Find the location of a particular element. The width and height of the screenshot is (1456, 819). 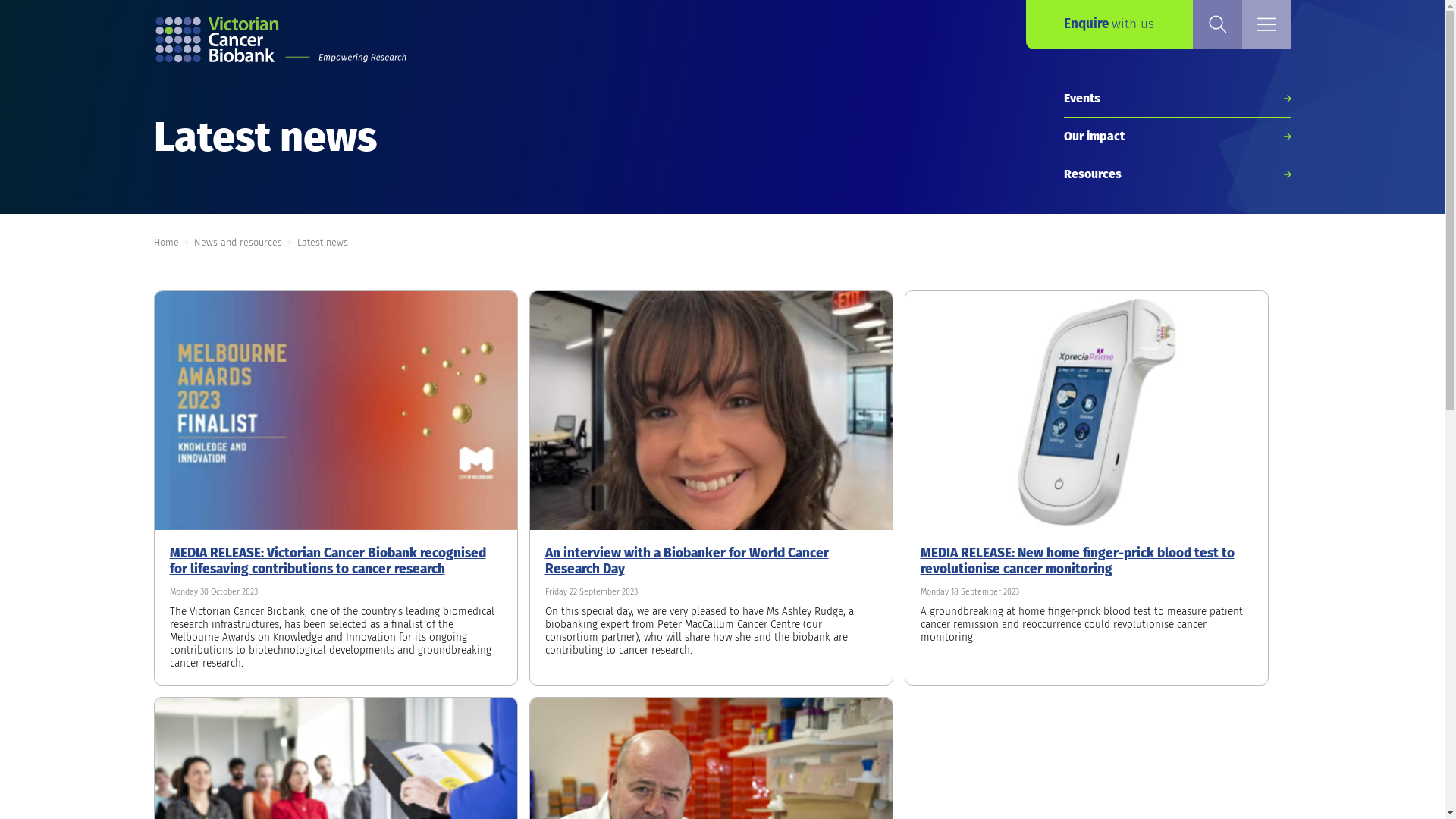

'Resources' is located at coordinates (1175, 173).